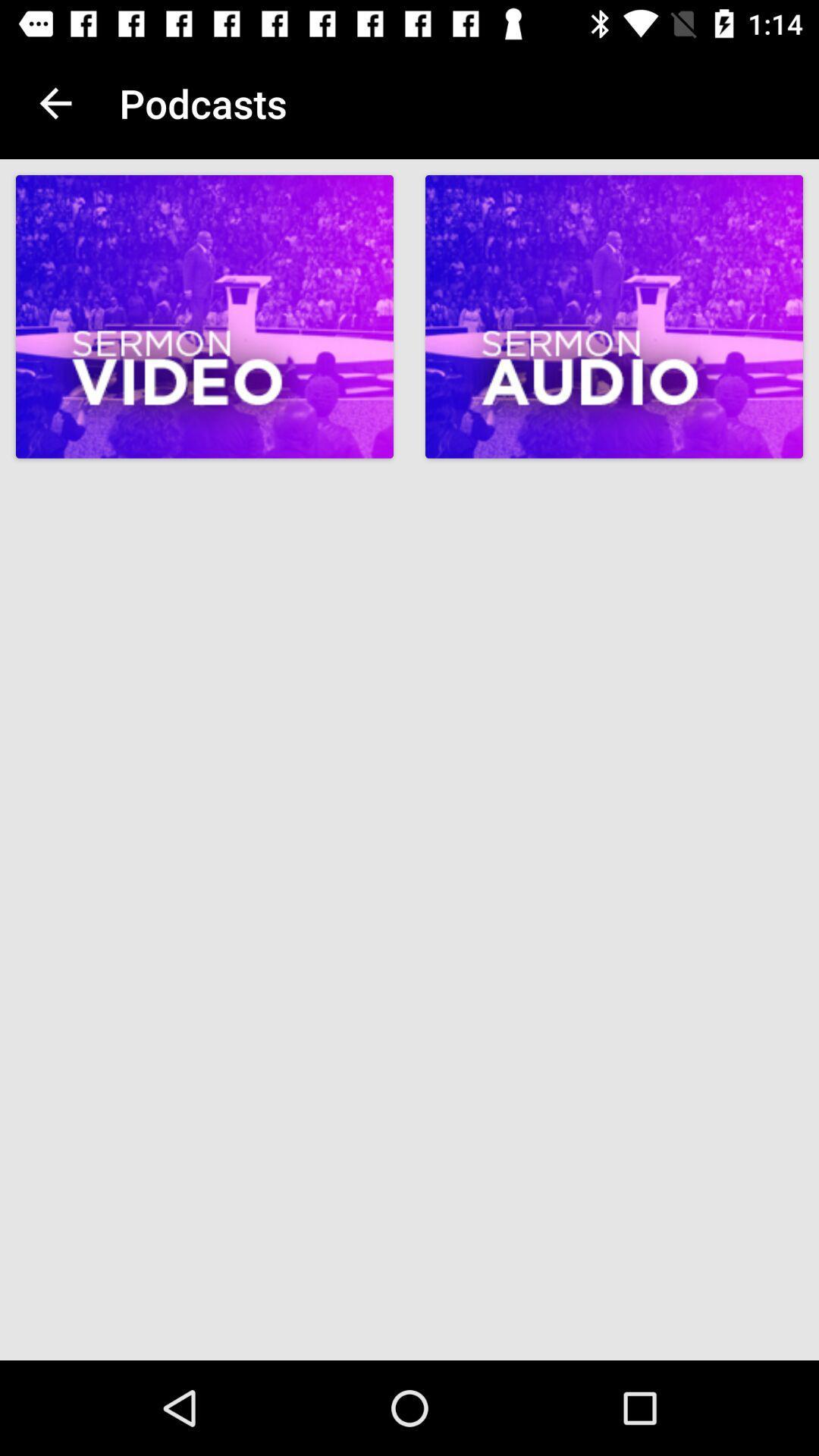 The height and width of the screenshot is (1456, 819). What do you see at coordinates (55, 102) in the screenshot?
I see `icon to the left of podcasts item` at bounding box center [55, 102].